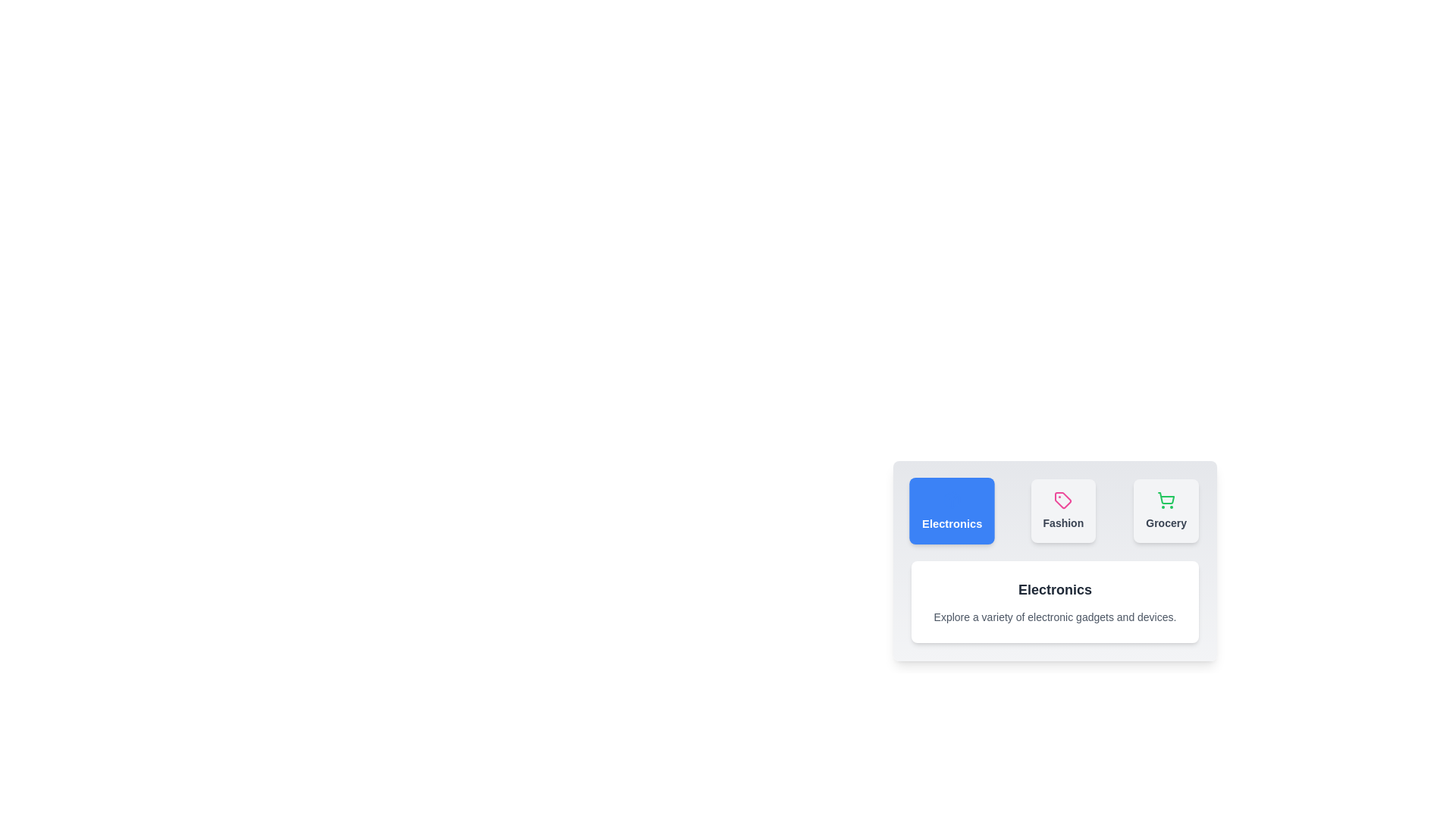 The image size is (1456, 819). Describe the element at coordinates (1062, 511) in the screenshot. I see `the Fashion tab to observe the hover effect` at that location.